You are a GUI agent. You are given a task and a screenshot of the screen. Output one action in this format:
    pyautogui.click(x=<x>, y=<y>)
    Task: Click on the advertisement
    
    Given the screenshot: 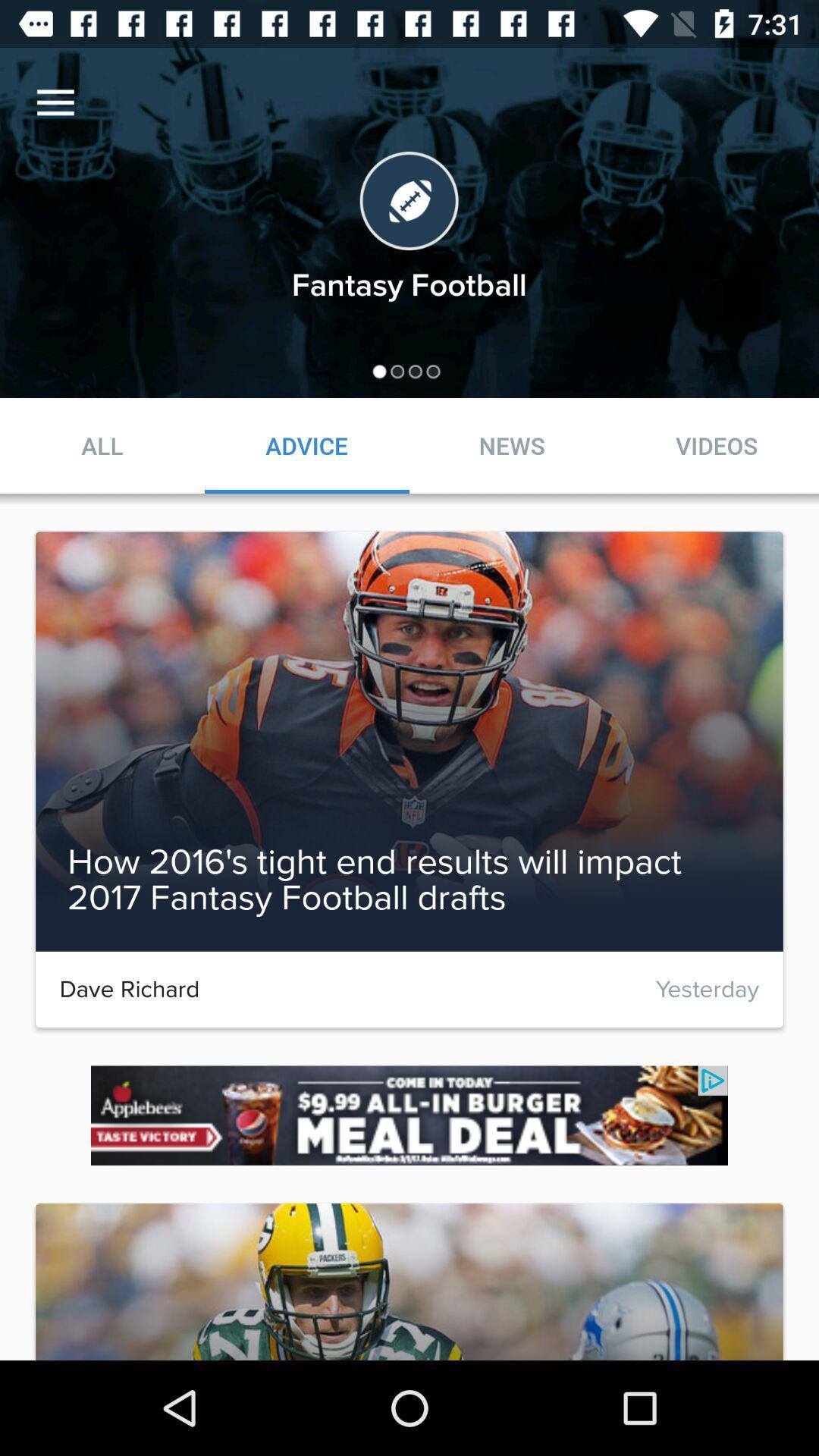 What is the action you would take?
    pyautogui.click(x=409, y=1116)
    